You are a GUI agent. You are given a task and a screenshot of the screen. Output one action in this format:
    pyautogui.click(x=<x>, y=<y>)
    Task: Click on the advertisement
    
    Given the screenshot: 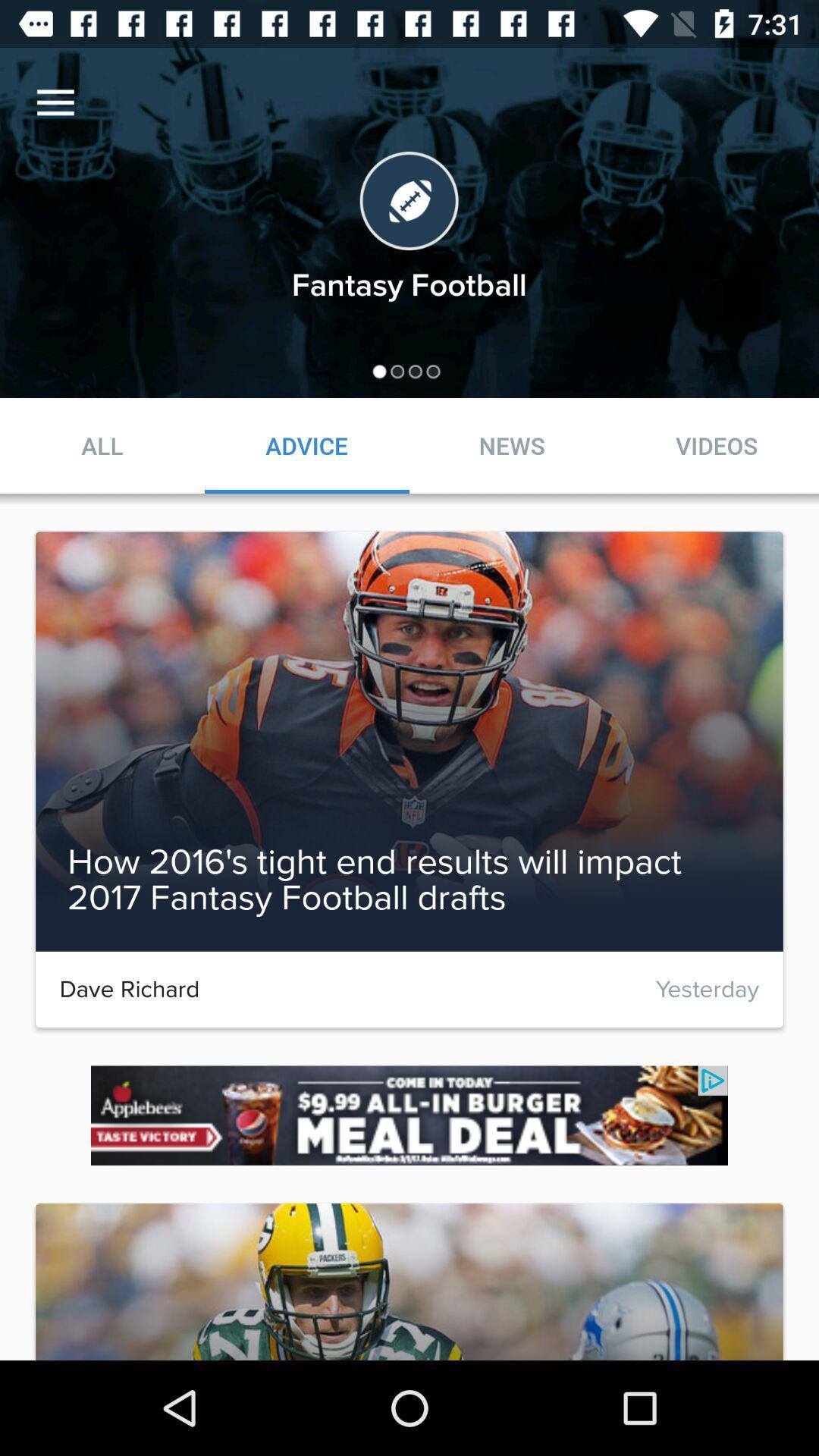 What is the action you would take?
    pyautogui.click(x=409, y=1116)
    